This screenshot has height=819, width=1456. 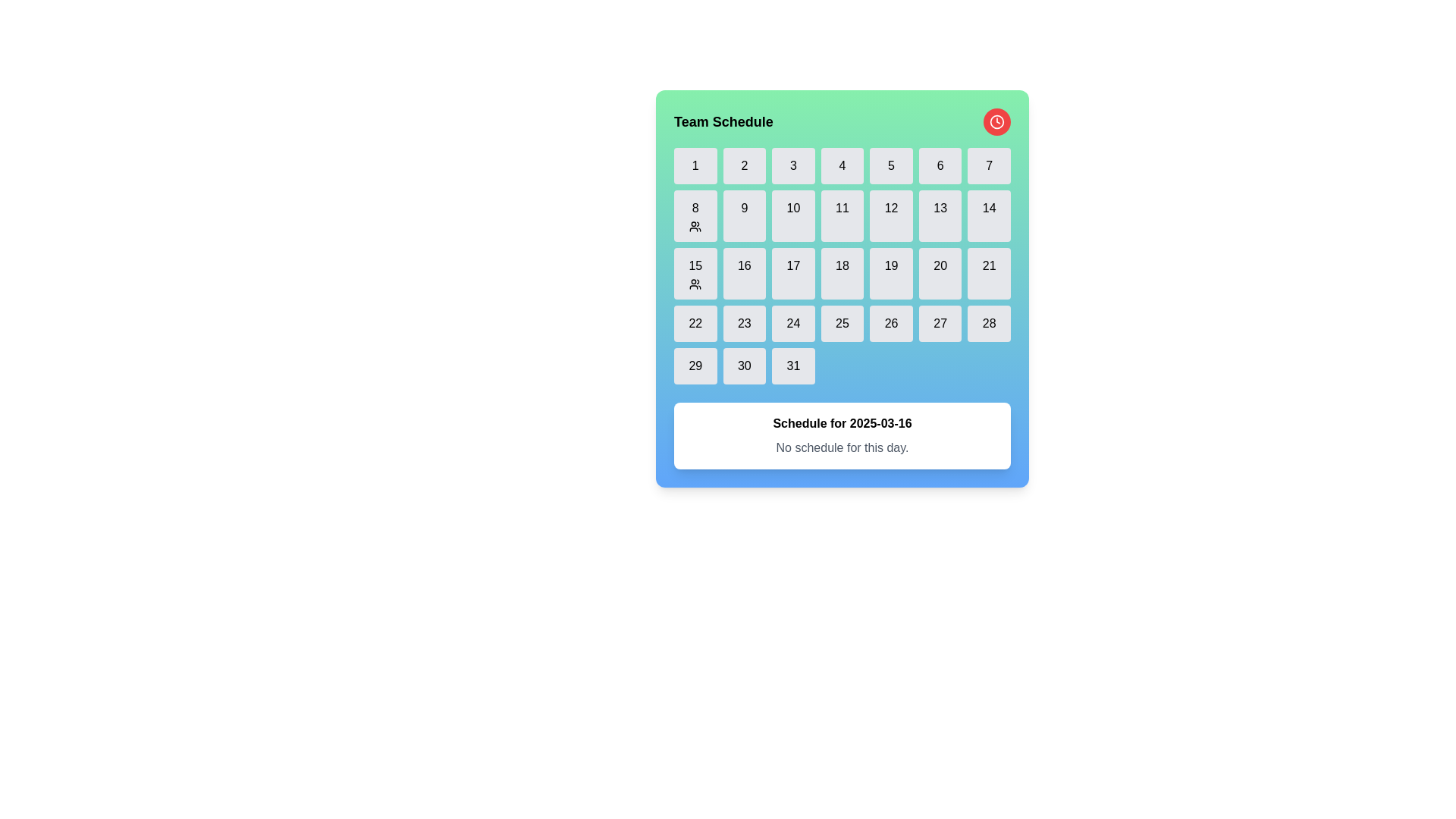 What do you see at coordinates (744, 216) in the screenshot?
I see `the date Grid Cell located in the second row and second column of the calendar UI` at bounding box center [744, 216].